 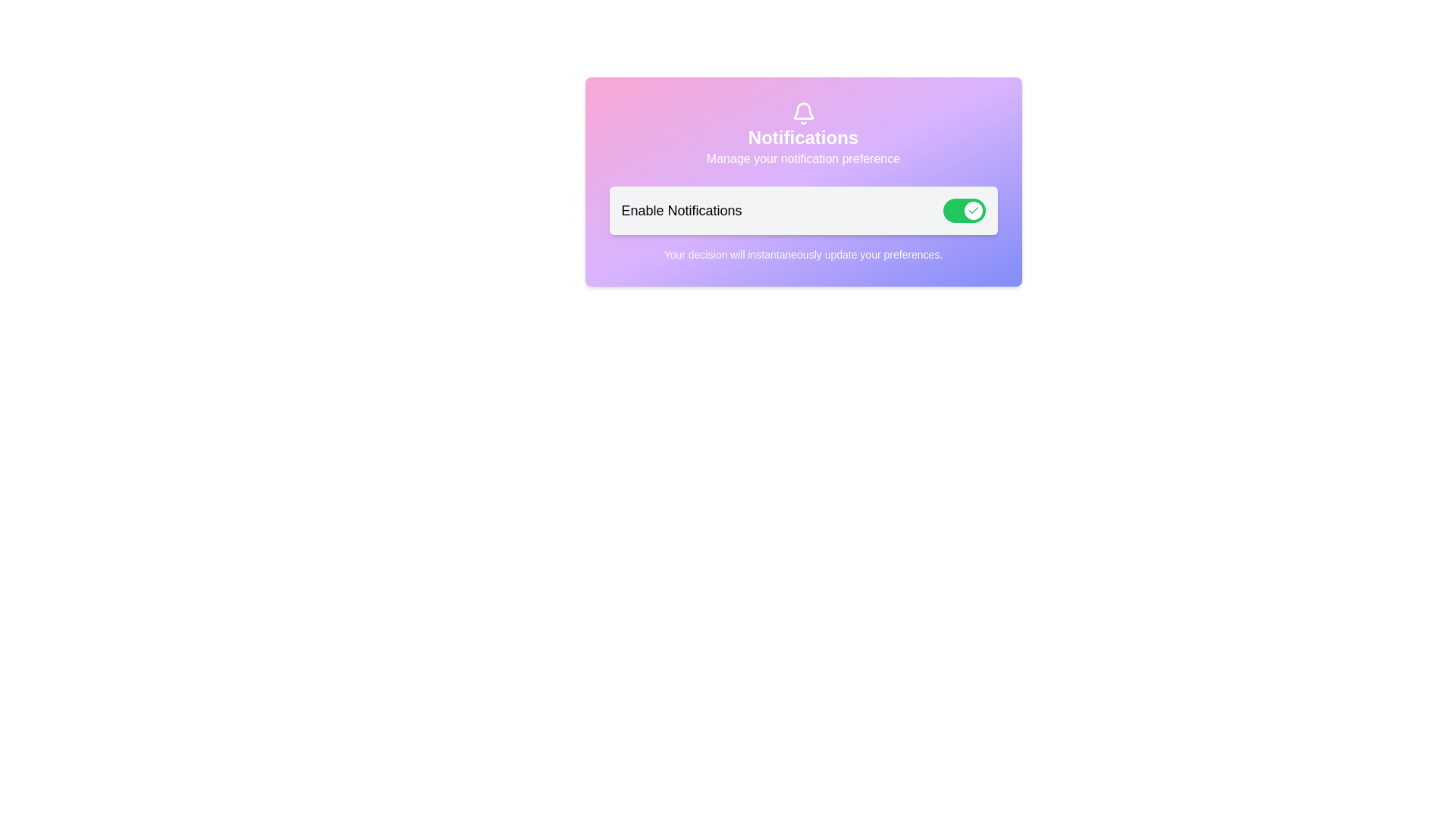 What do you see at coordinates (802, 113) in the screenshot?
I see `the notification icon located at the top center of the notification settings panel, above the text 'Notifications' and 'Manage your notification preference.'` at bounding box center [802, 113].